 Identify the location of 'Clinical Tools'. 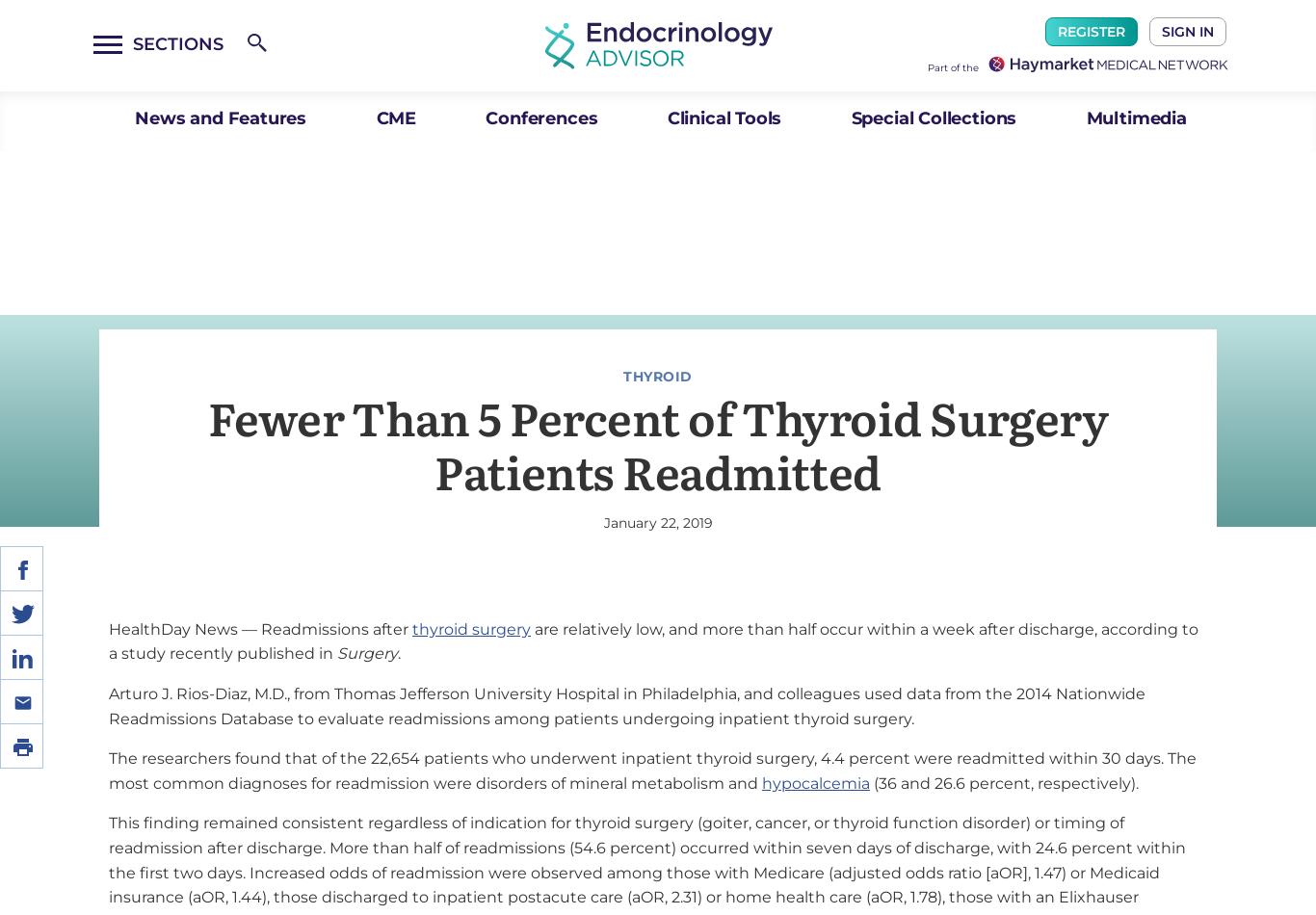
(667, 118).